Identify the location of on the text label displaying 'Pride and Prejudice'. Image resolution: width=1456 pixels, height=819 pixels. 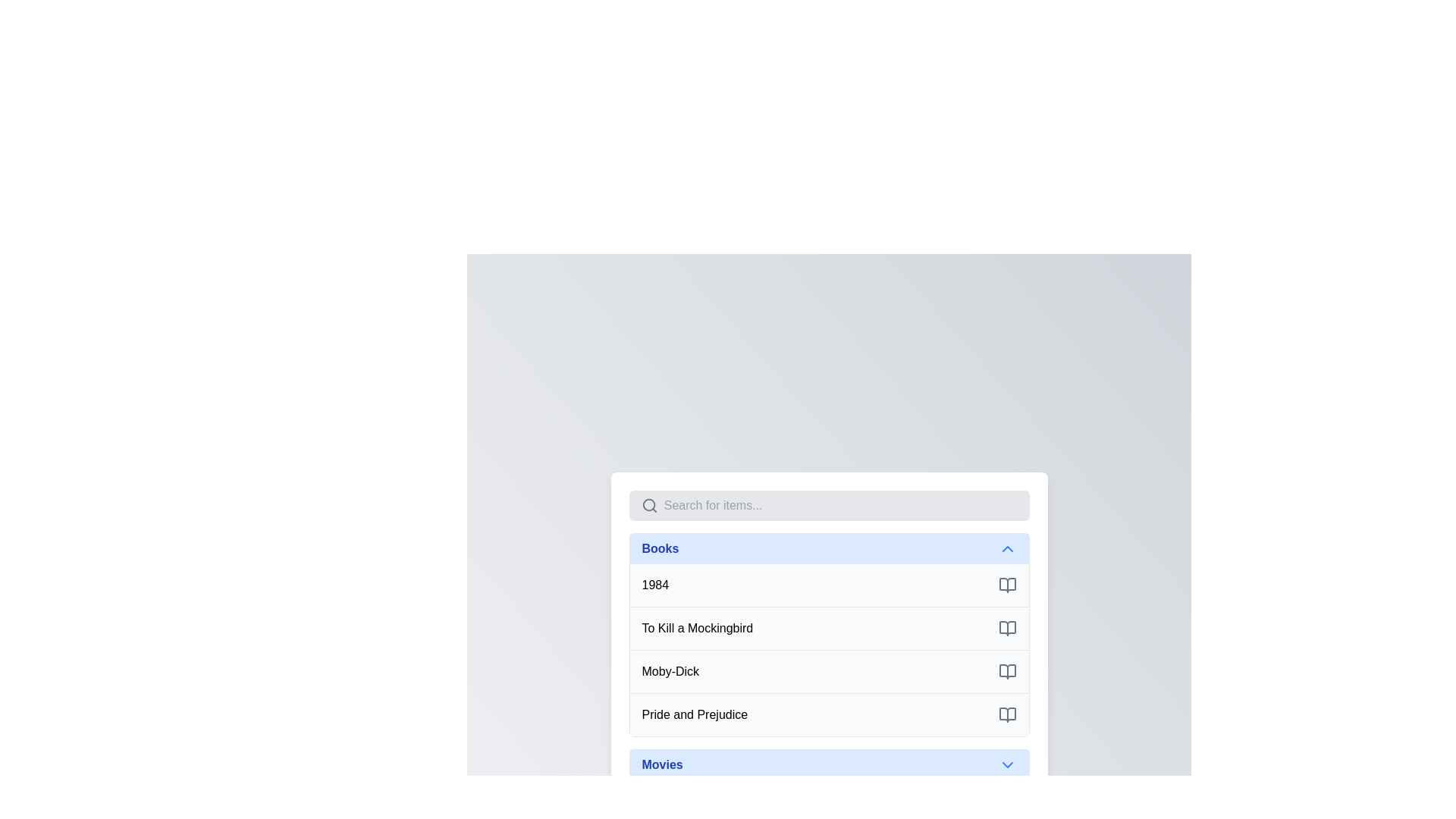
(694, 714).